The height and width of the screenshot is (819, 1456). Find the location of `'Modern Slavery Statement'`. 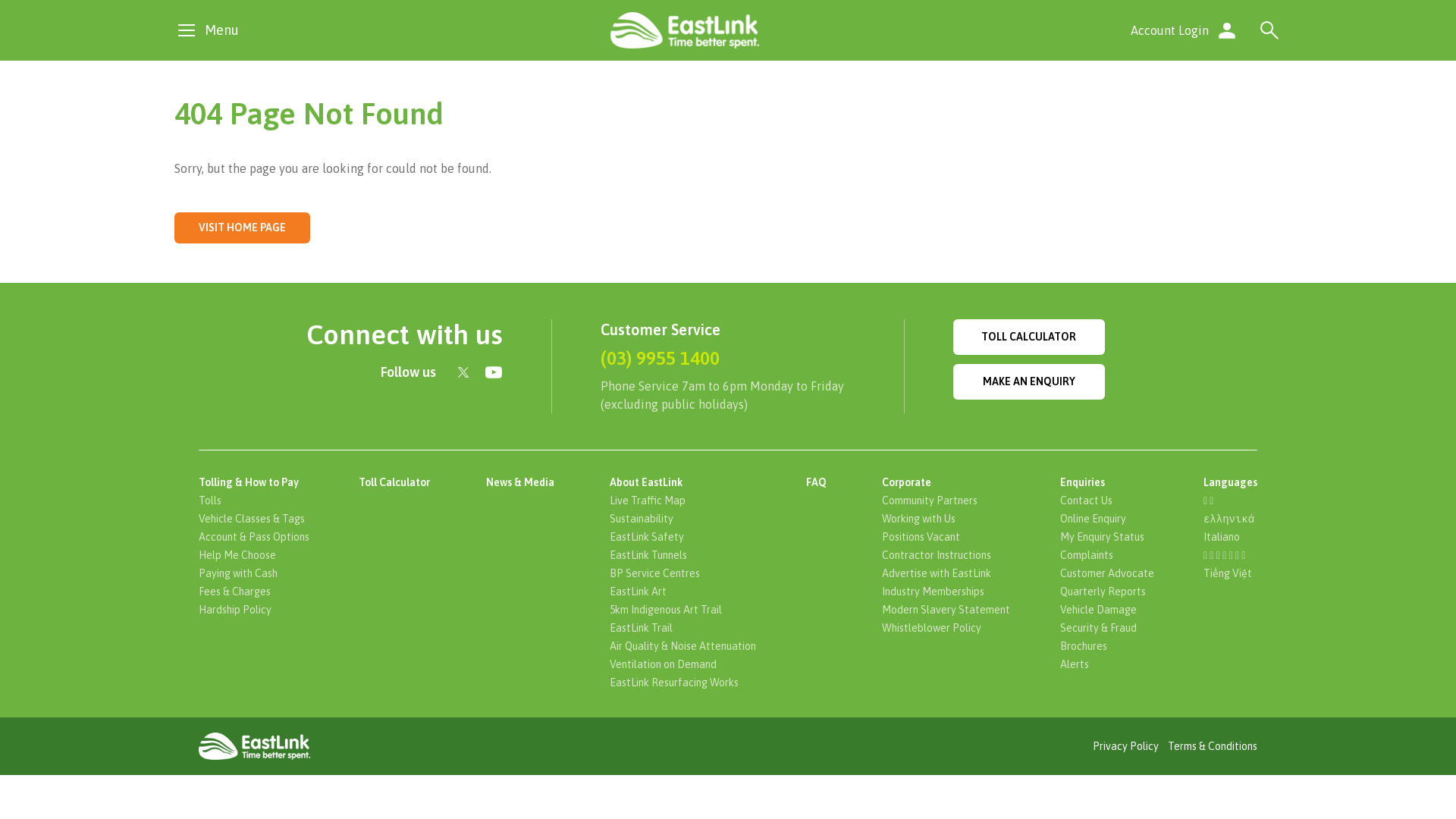

'Modern Slavery Statement' is located at coordinates (881, 608).